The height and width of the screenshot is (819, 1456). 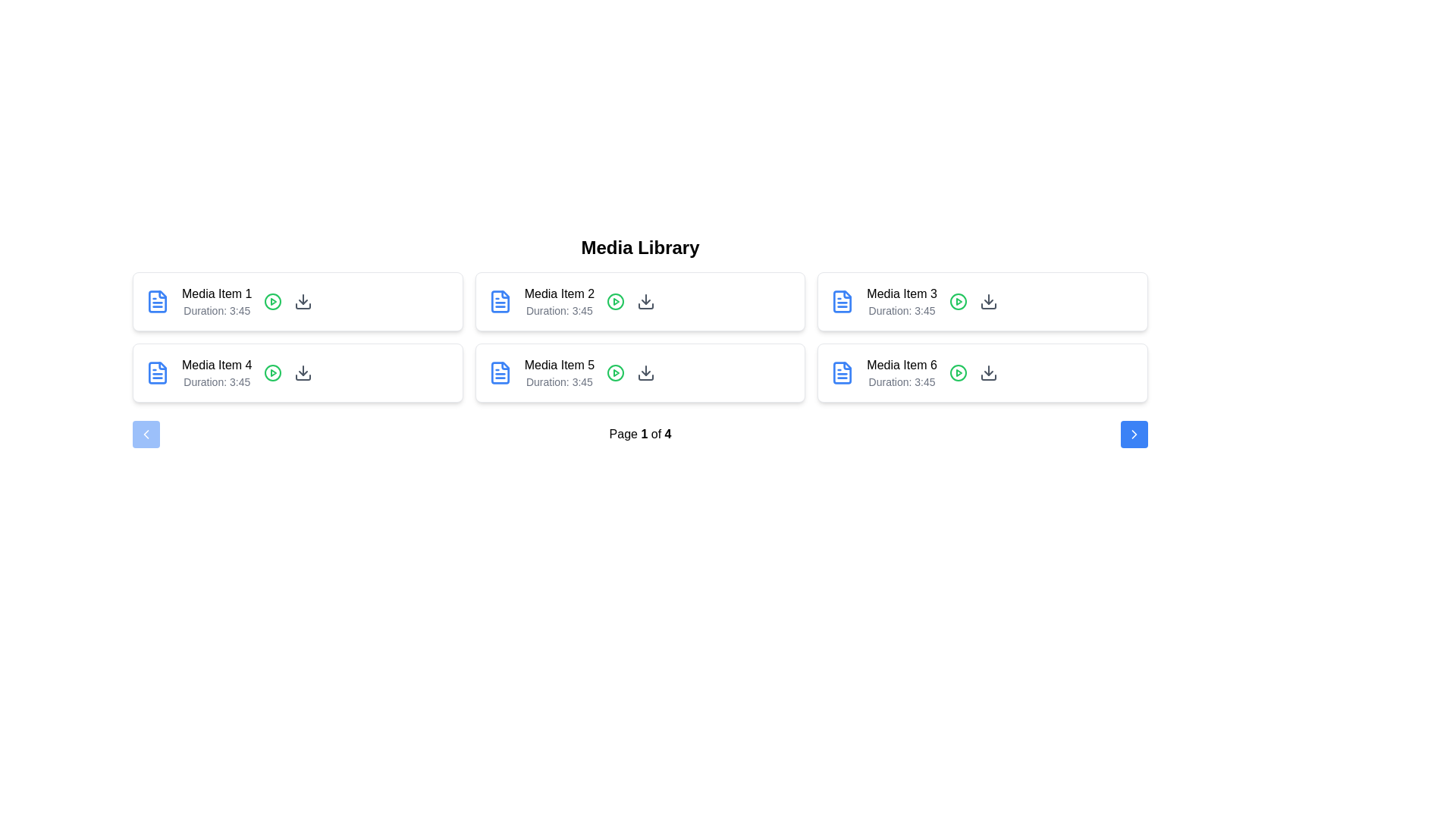 I want to click on the icon located at the top-left corner of the media item card, which serves as a visual representation of the document, so click(x=500, y=373).